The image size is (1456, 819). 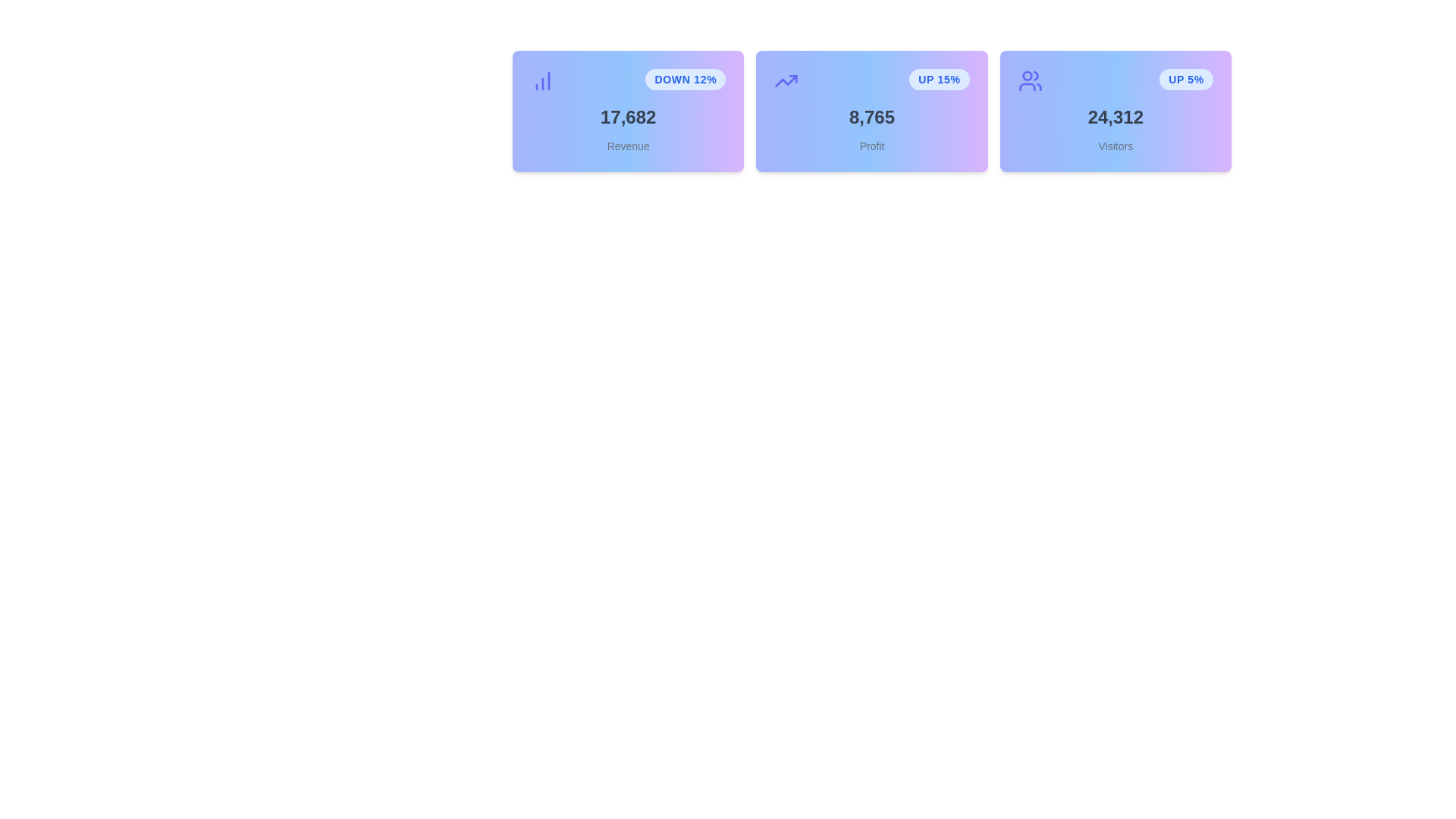 What do you see at coordinates (1034, 76) in the screenshot?
I see `the top-right icon of the user group representation, which visualizes user count or demographic` at bounding box center [1034, 76].